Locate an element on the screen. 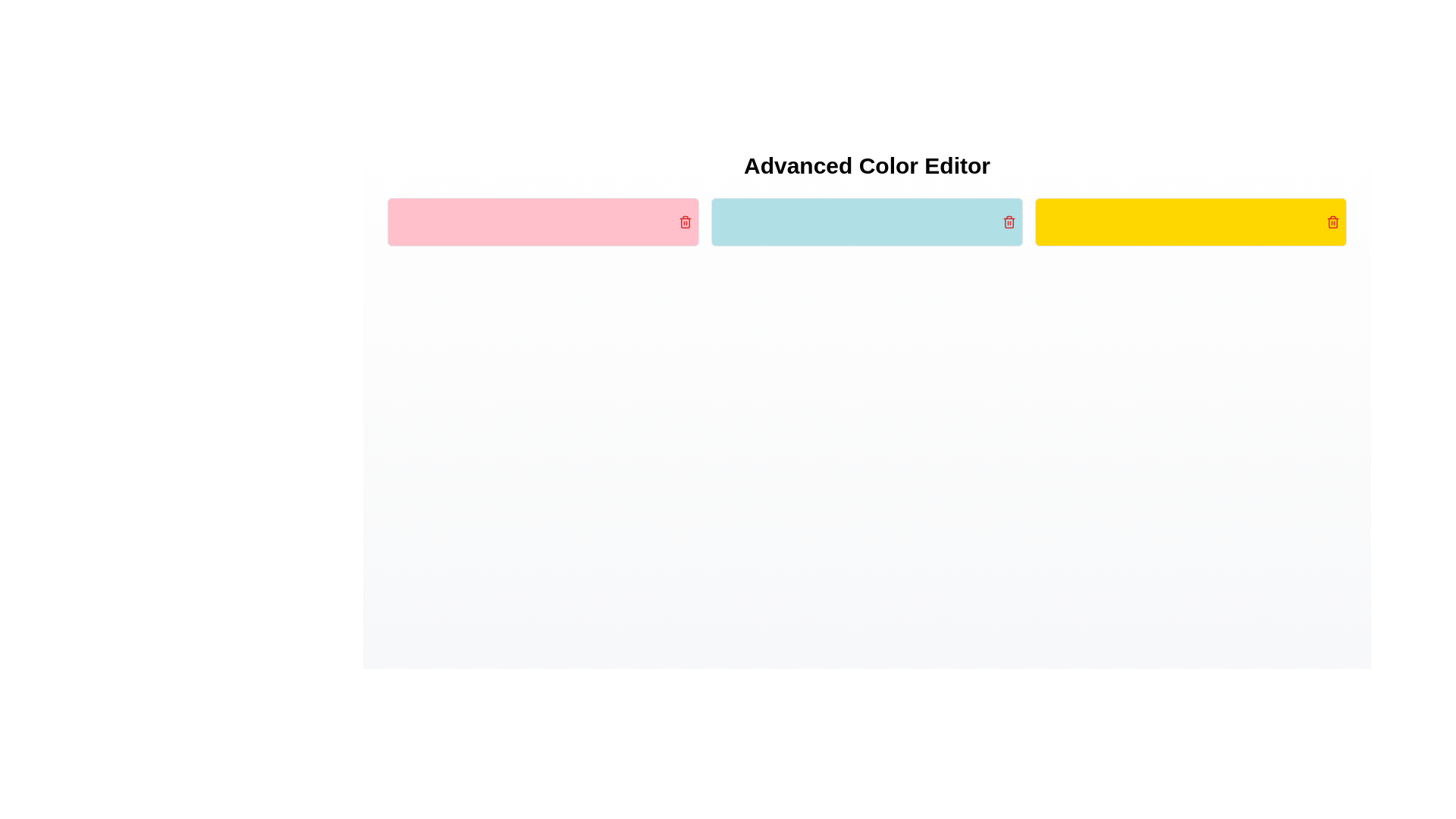  the delete button located at the far right of the yellow rectangular block is located at coordinates (1332, 222).